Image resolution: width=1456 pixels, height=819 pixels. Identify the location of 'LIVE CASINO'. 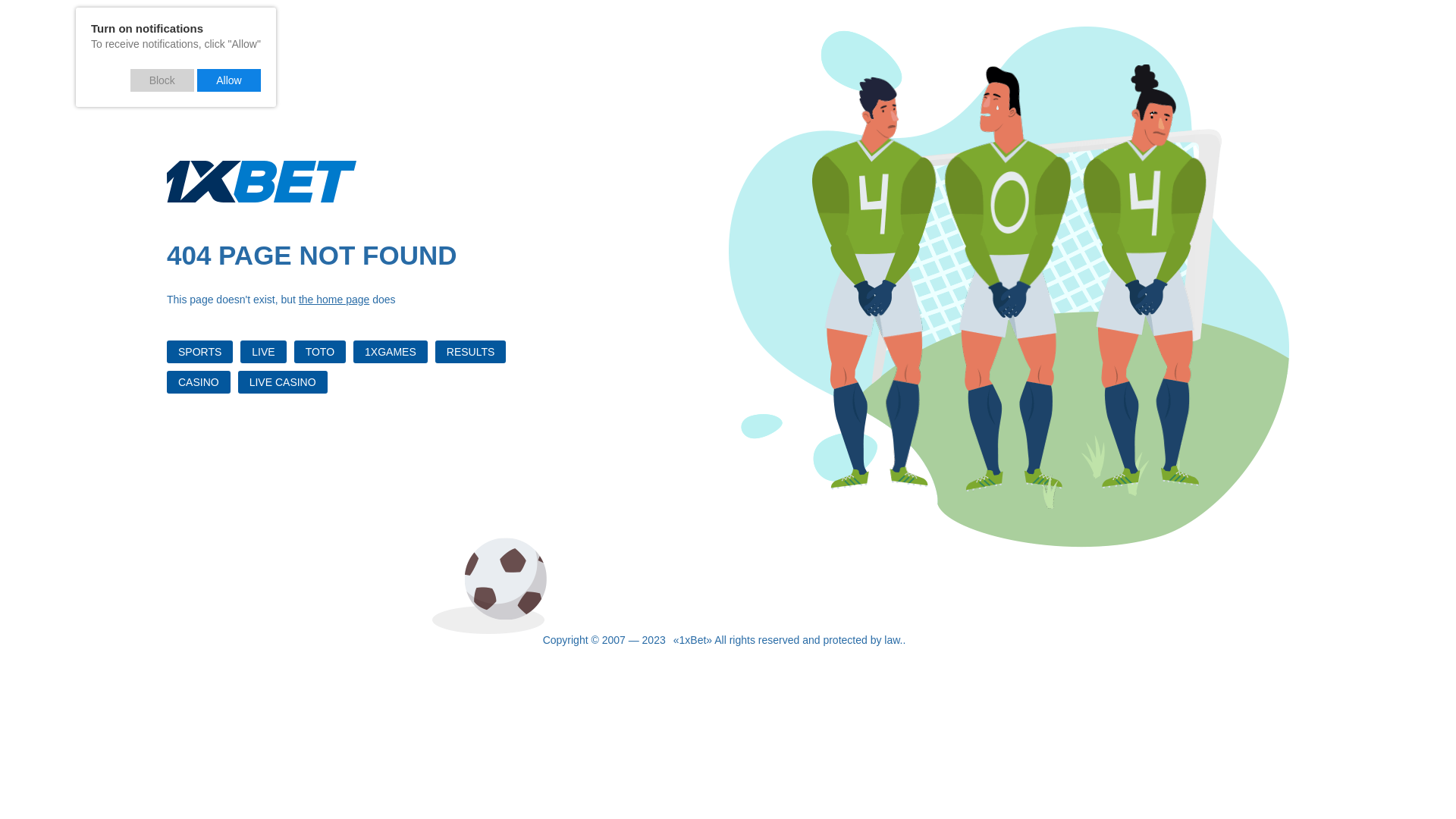
(237, 381).